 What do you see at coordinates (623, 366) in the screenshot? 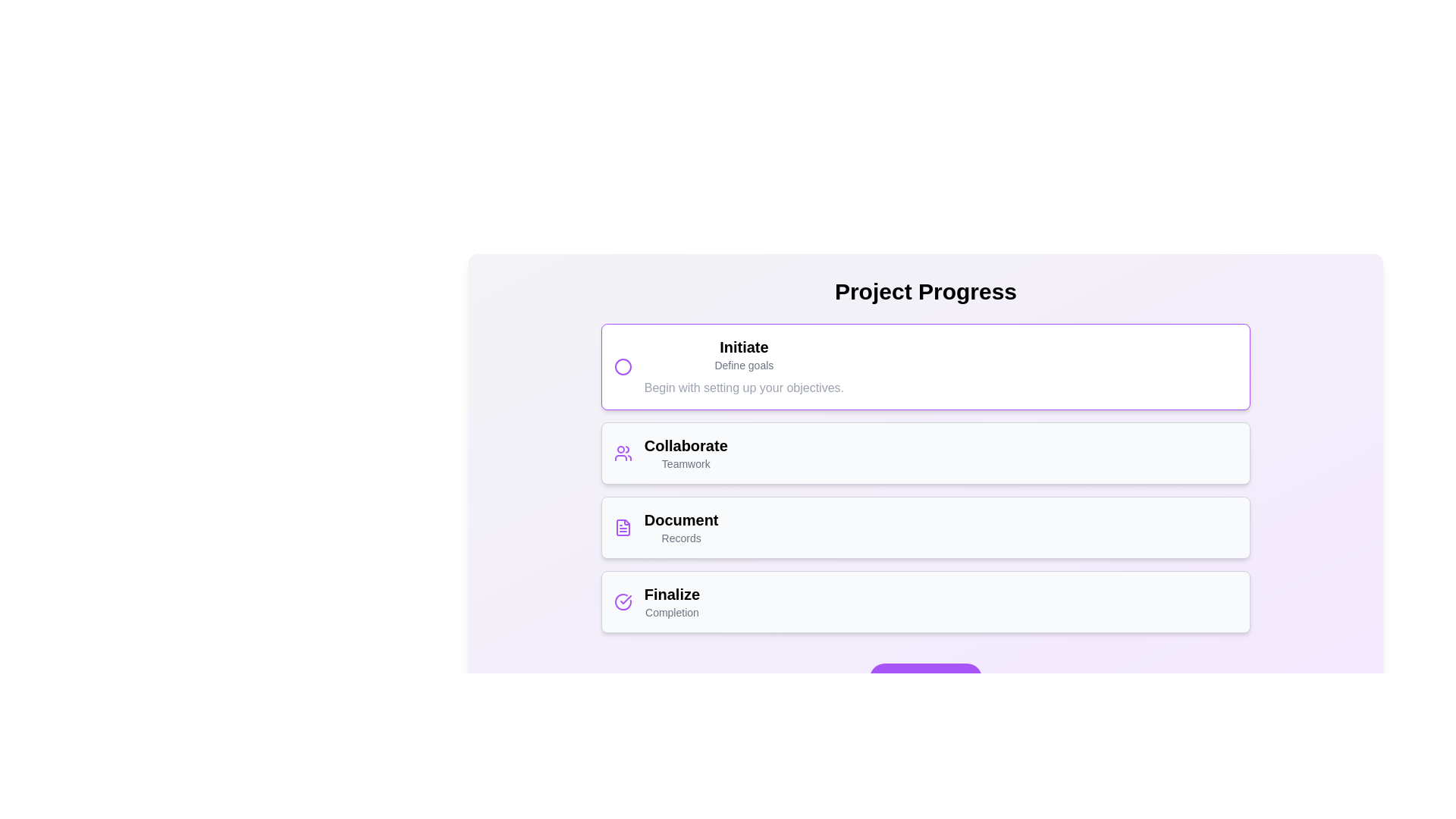
I see `the decorative icon representing the title 'Initiate' located at the leftmost side of the card` at bounding box center [623, 366].